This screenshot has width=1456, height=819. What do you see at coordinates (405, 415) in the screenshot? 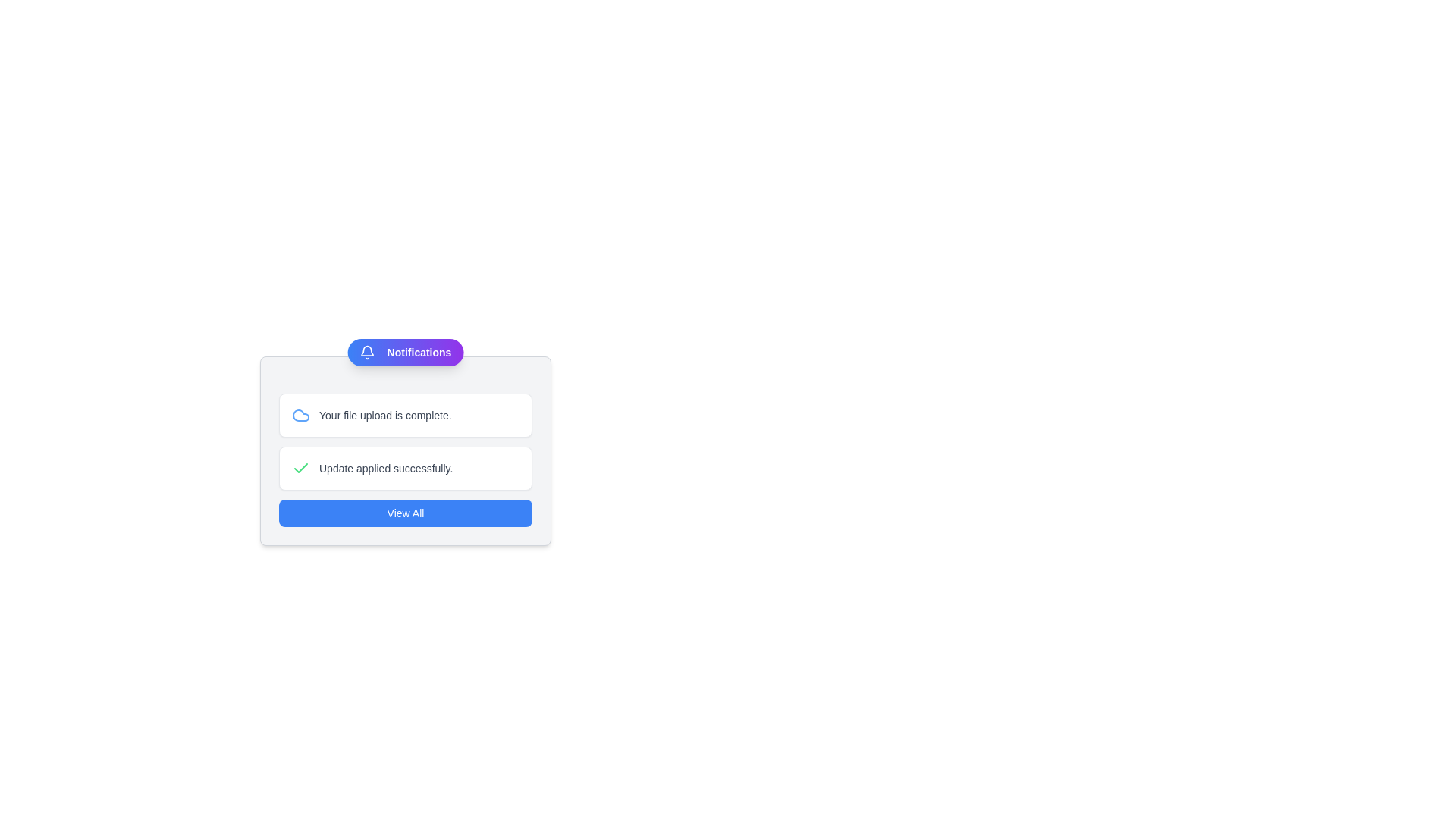
I see `the Notification Card which informs the user that the file upload process has been completed successfully, located in the central modal window` at bounding box center [405, 415].